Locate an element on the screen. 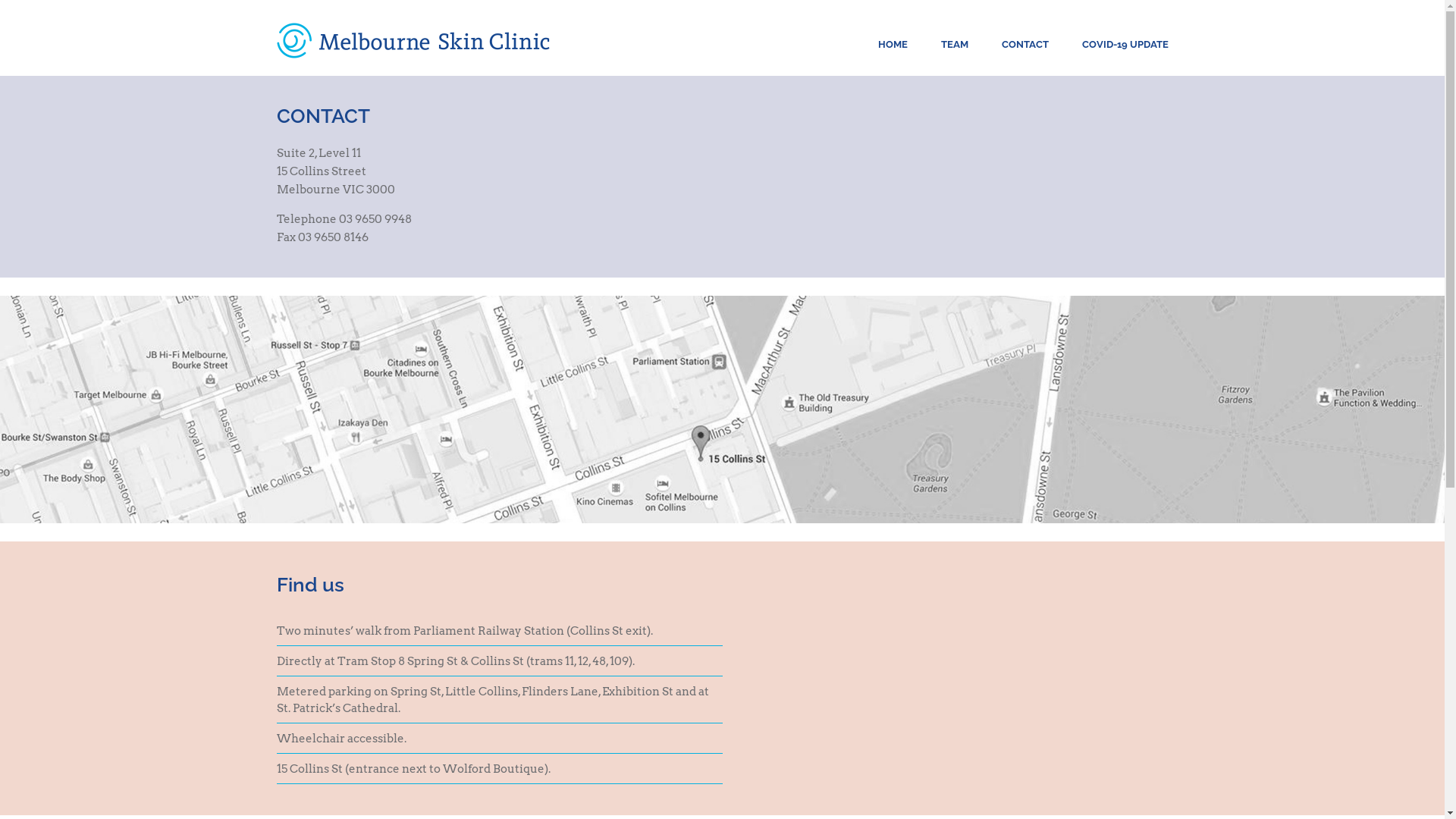 The image size is (1456, 819). 'HOME' is located at coordinates (893, 43).